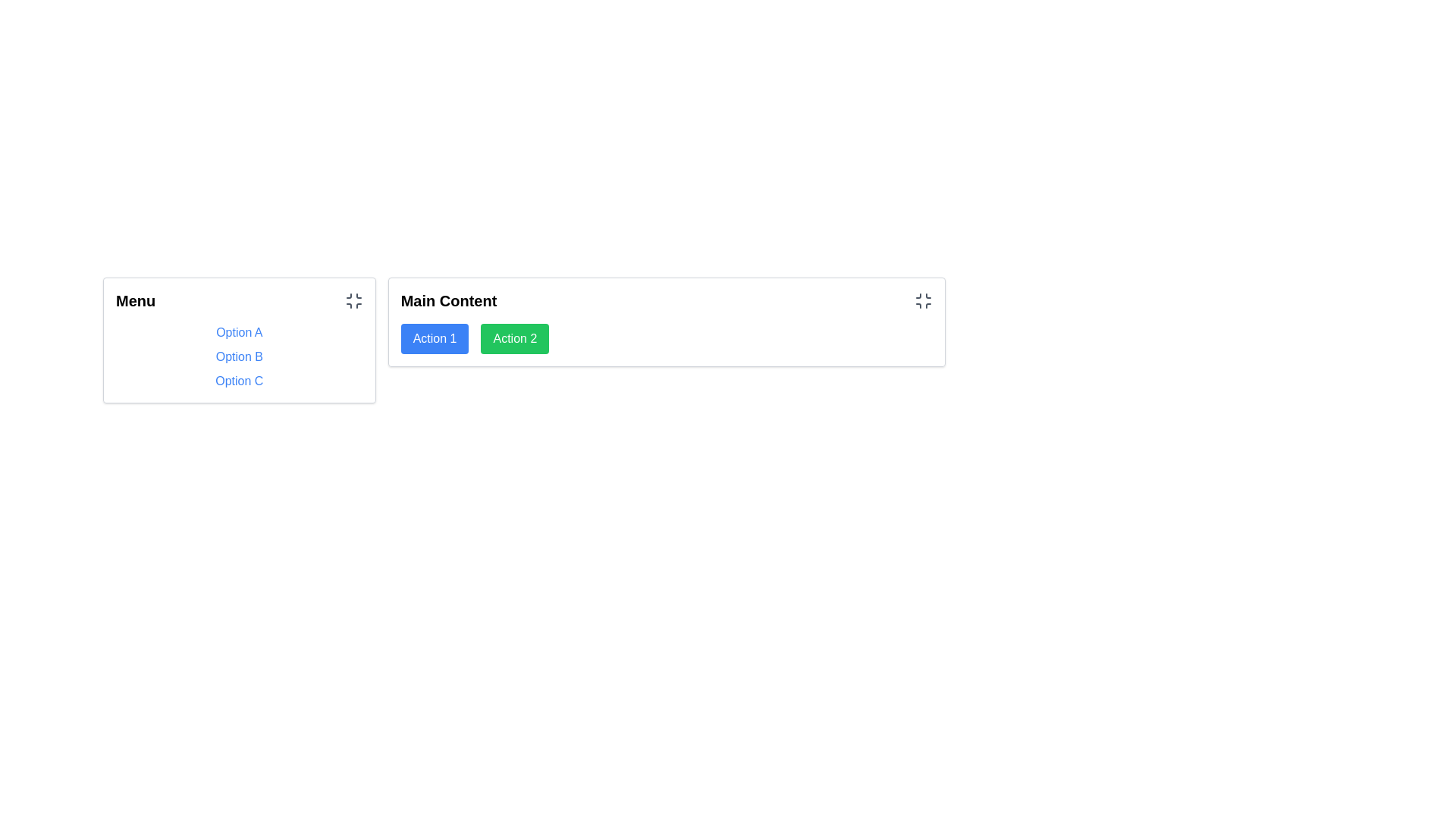 Image resolution: width=1456 pixels, height=819 pixels. I want to click on the green button labeled 'Action 2' located immediately to the right of the 'Action 1' button within the 'Main Content' block, so click(515, 338).